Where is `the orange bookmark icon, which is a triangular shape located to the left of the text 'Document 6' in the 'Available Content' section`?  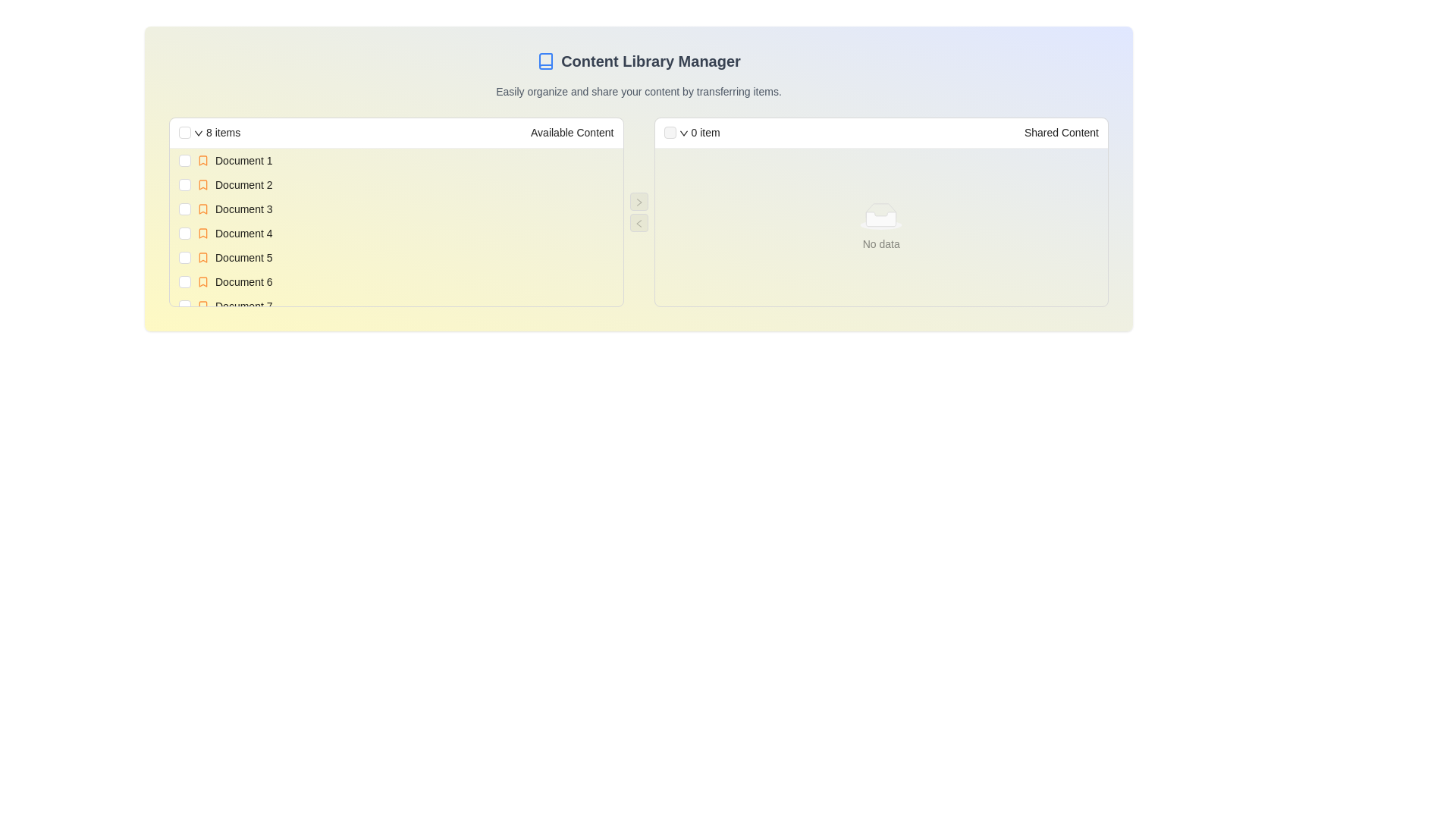 the orange bookmark icon, which is a triangular shape located to the left of the text 'Document 6' in the 'Available Content' section is located at coordinates (202, 281).